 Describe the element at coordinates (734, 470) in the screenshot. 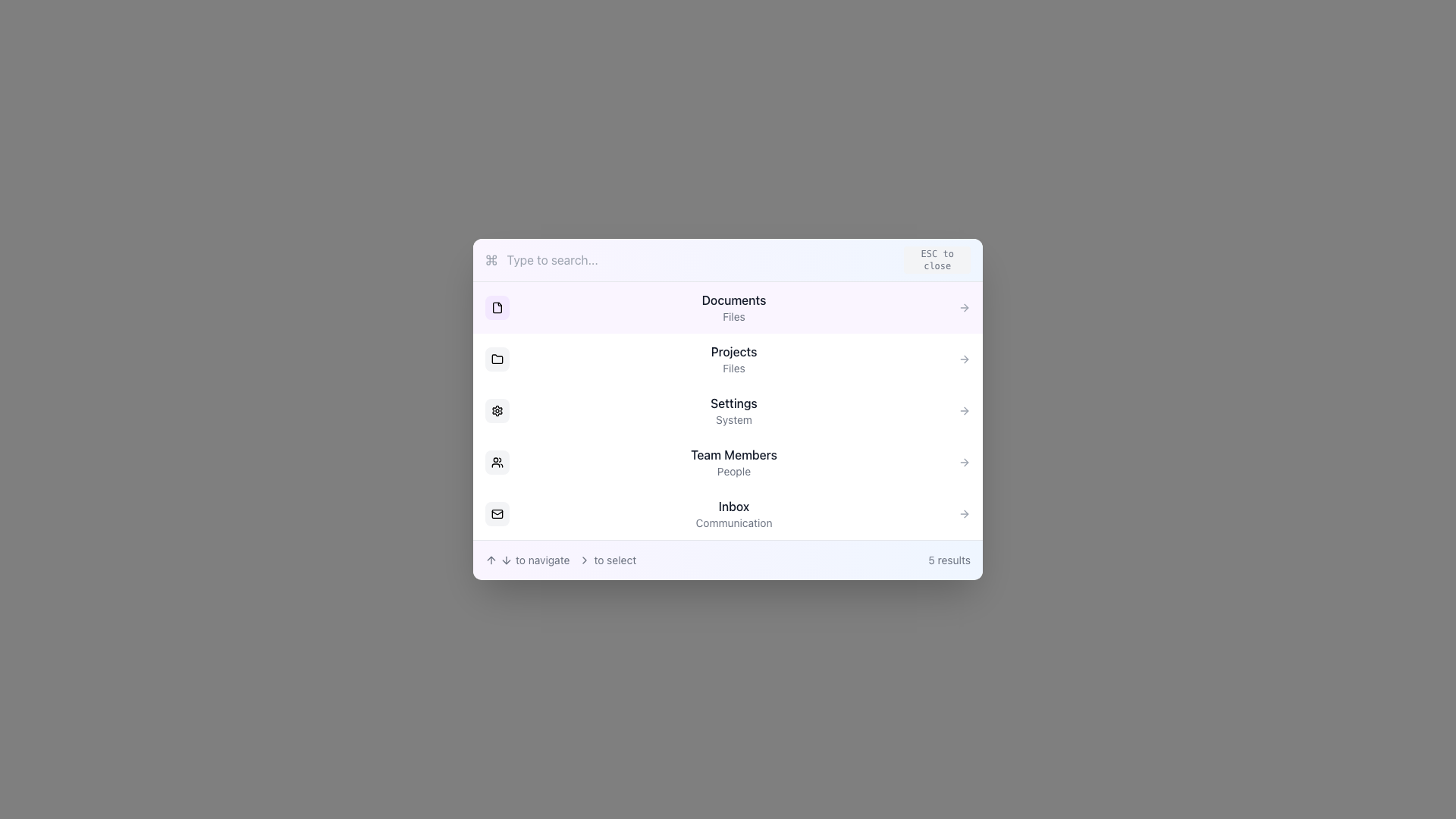

I see `the Text Label that provides contextual information for the 'Team Members' section, which is the second item below the title 'Team Members'` at that location.